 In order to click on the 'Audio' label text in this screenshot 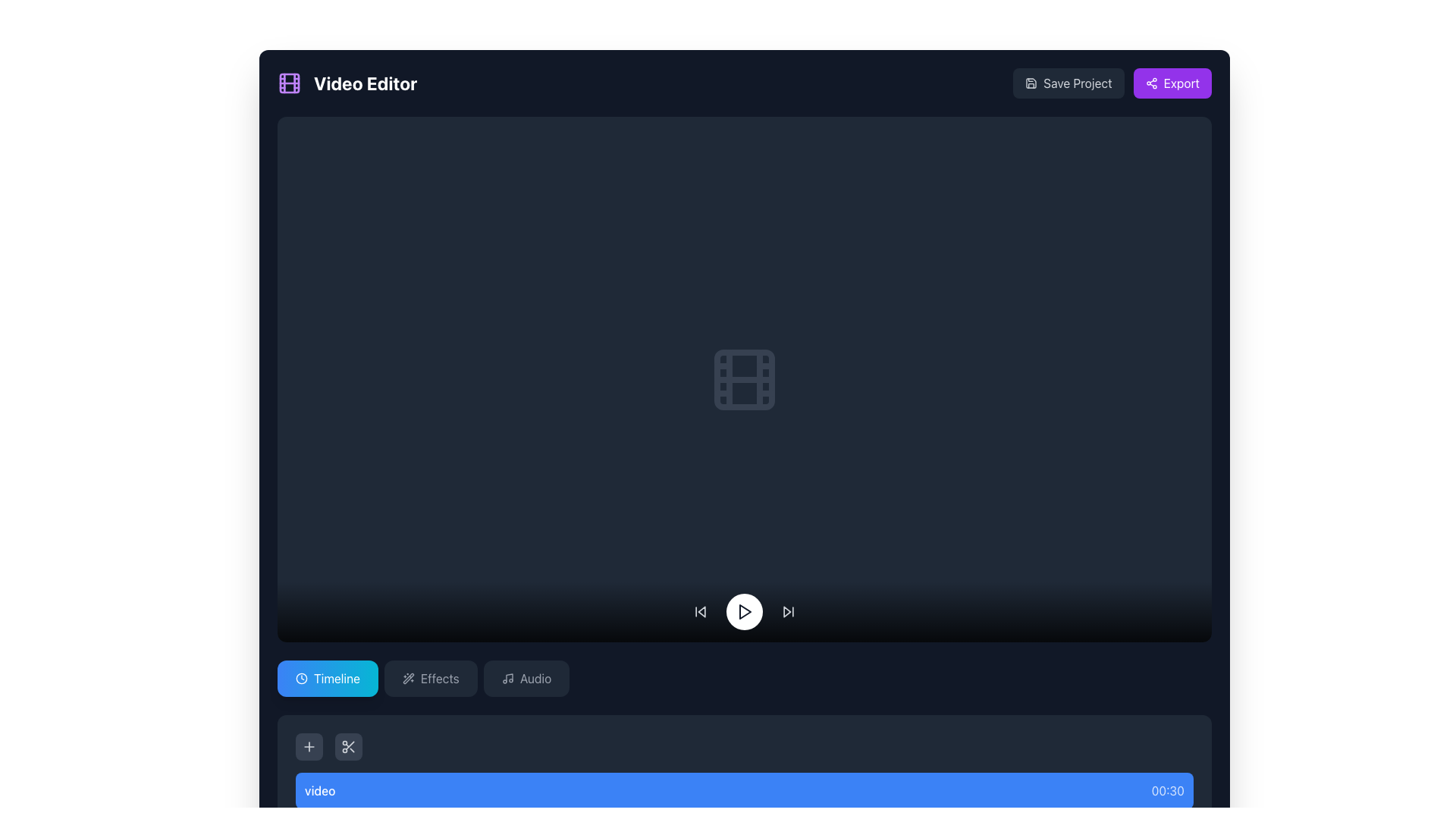, I will do `click(535, 677)`.